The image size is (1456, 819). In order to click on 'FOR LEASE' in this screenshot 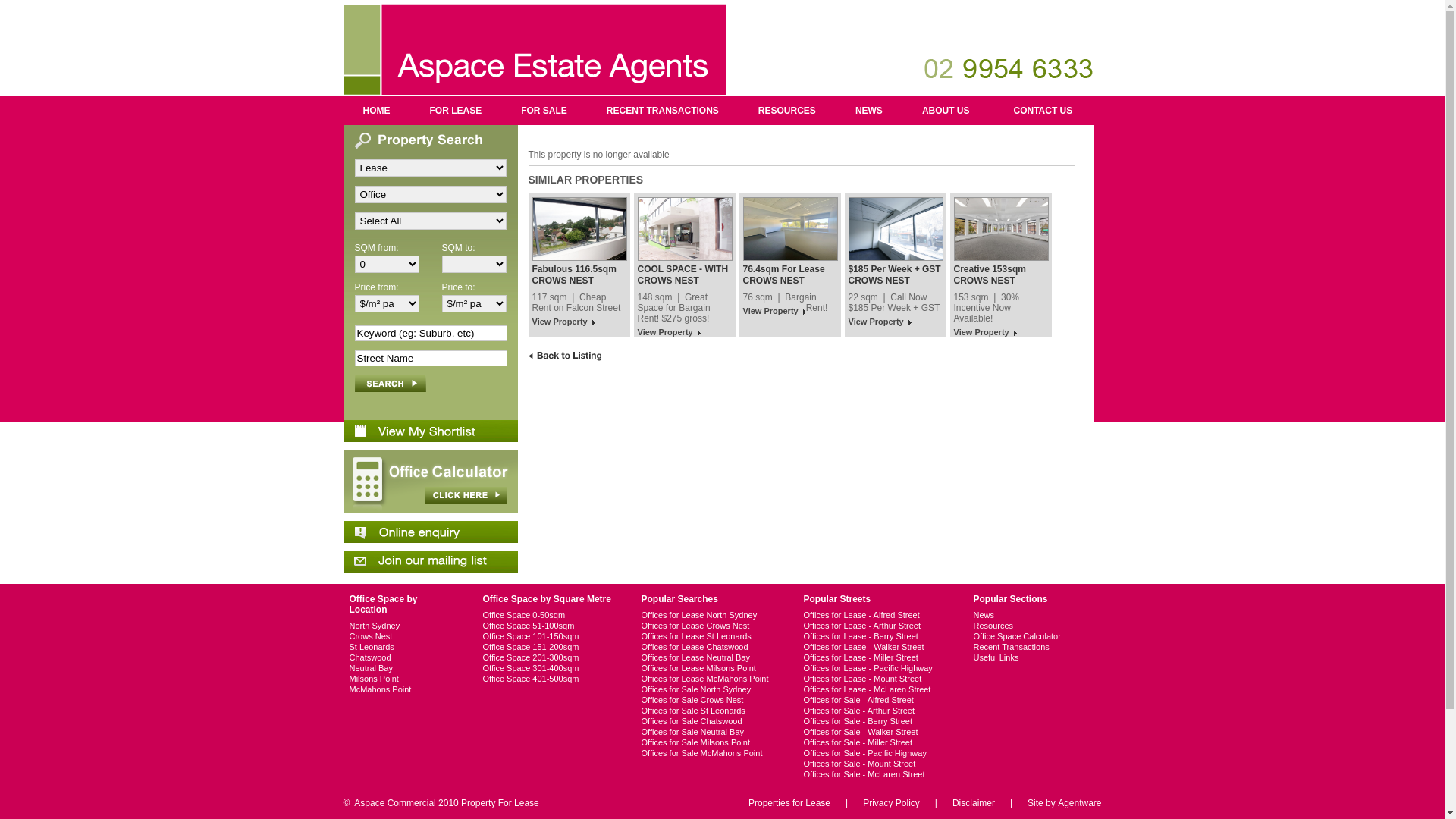, I will do `click(454, 110)`.